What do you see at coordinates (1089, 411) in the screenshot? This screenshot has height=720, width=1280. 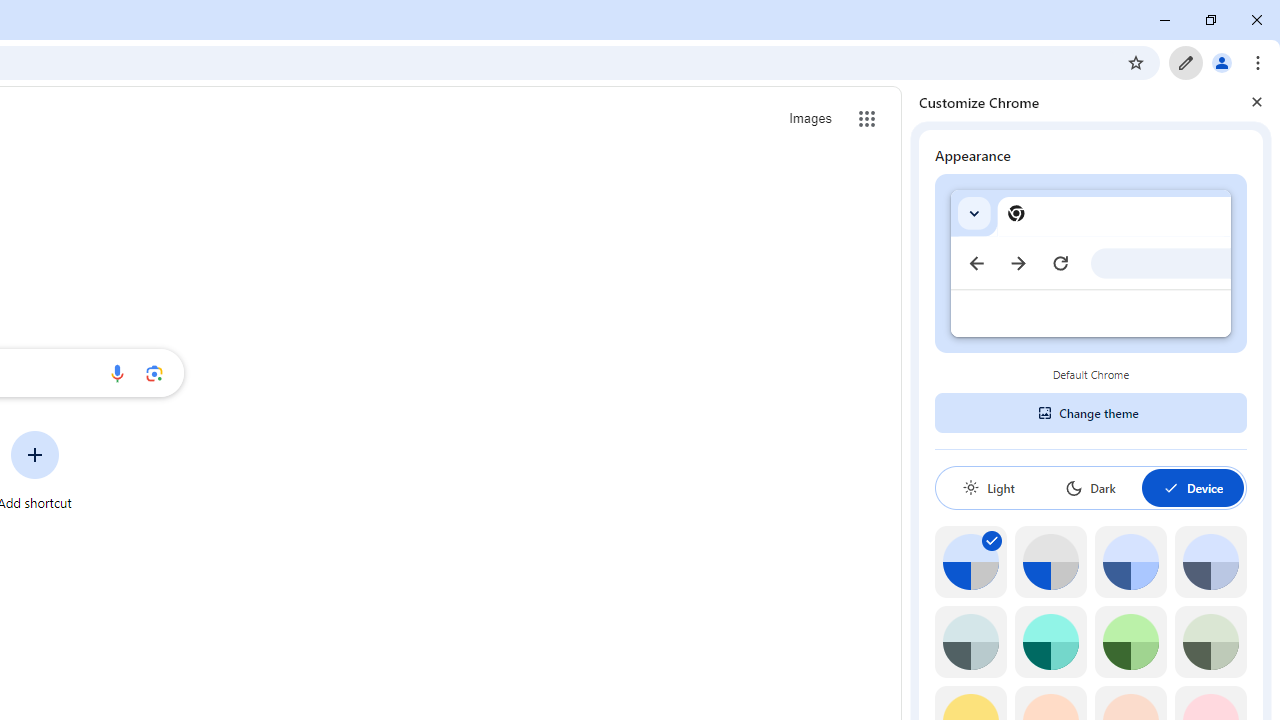 I see `'Change theme'` at bounding box center [1089, 411].